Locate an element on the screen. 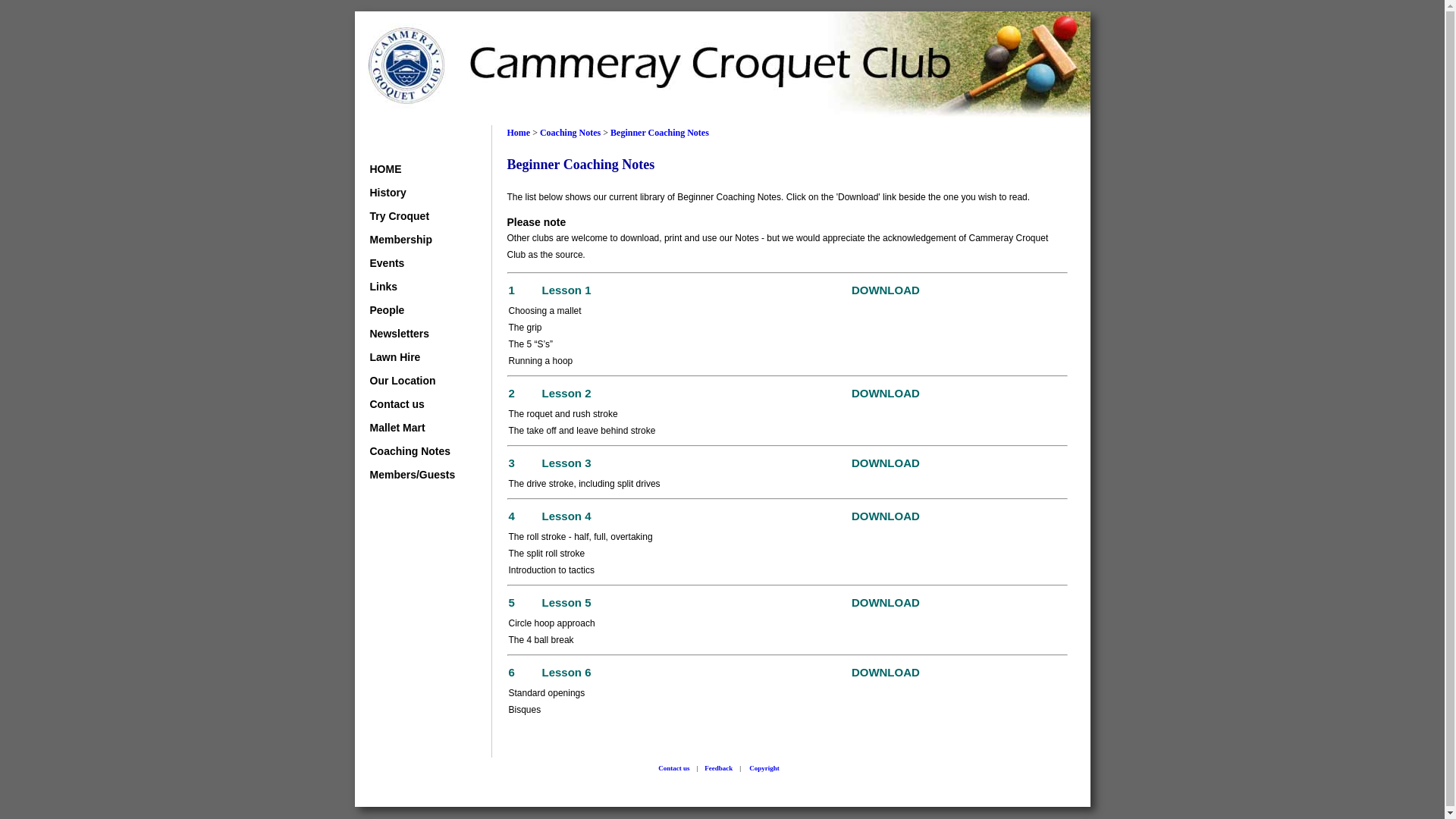 This screenshot has height=819, width=1456. 'DOWNLOAD' is located at coordinates (885, 463).